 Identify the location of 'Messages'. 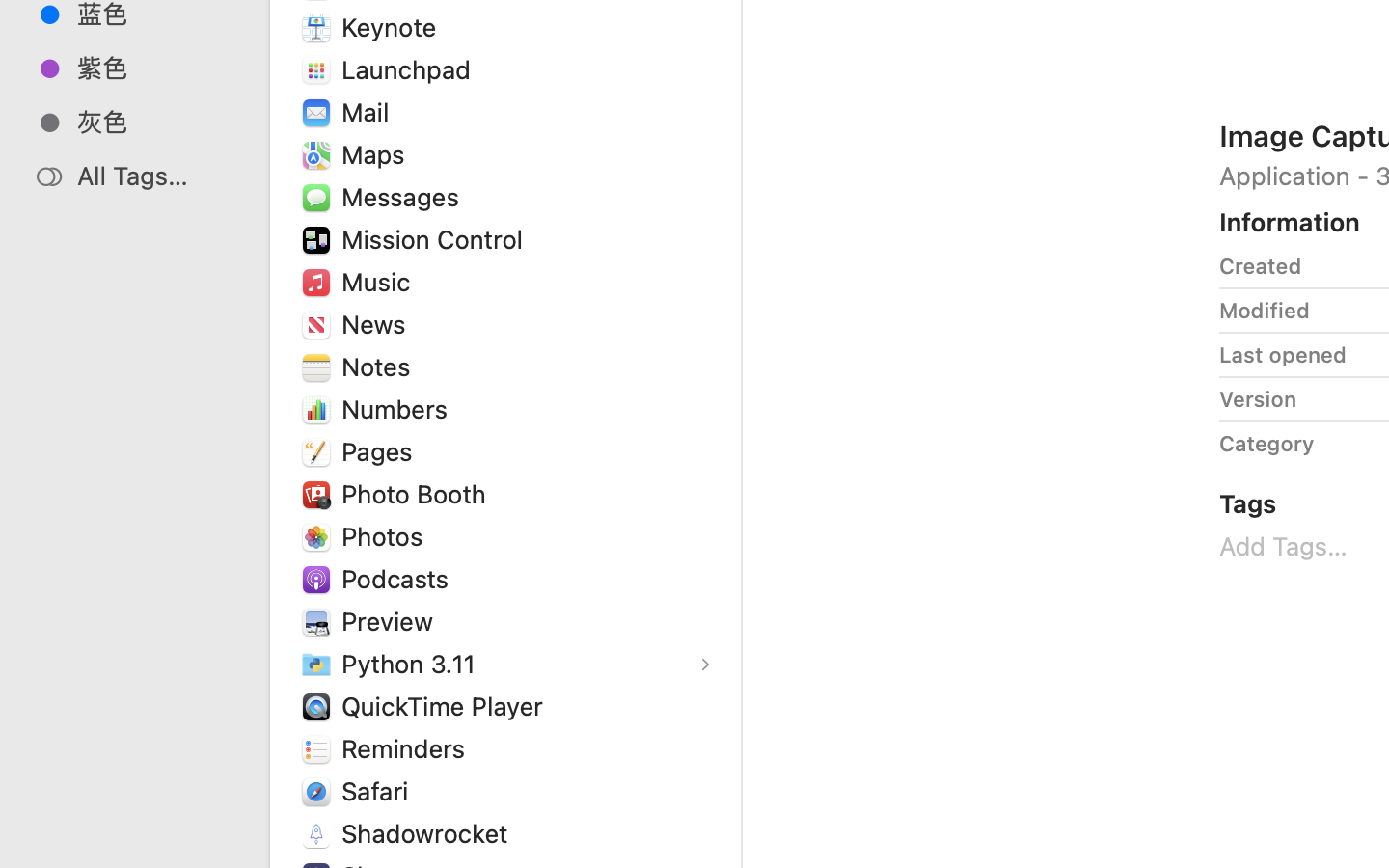
(403, 197).